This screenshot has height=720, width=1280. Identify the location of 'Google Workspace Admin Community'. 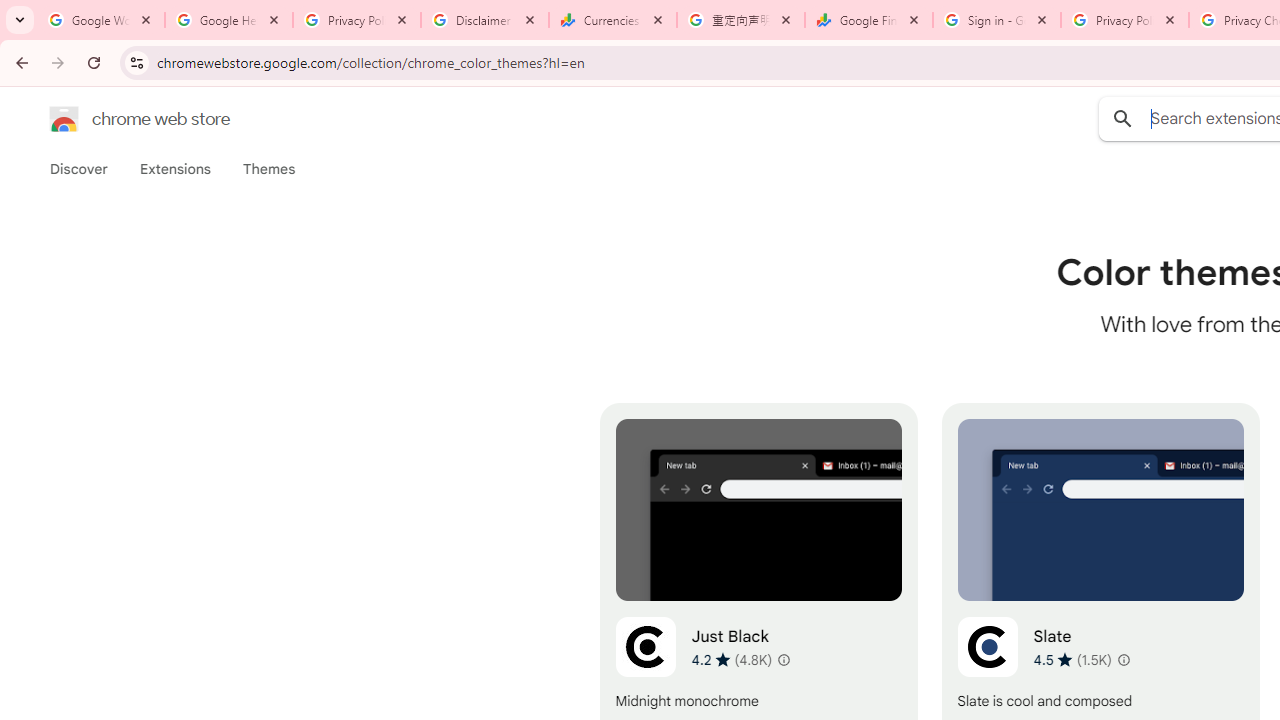
(100, 20).